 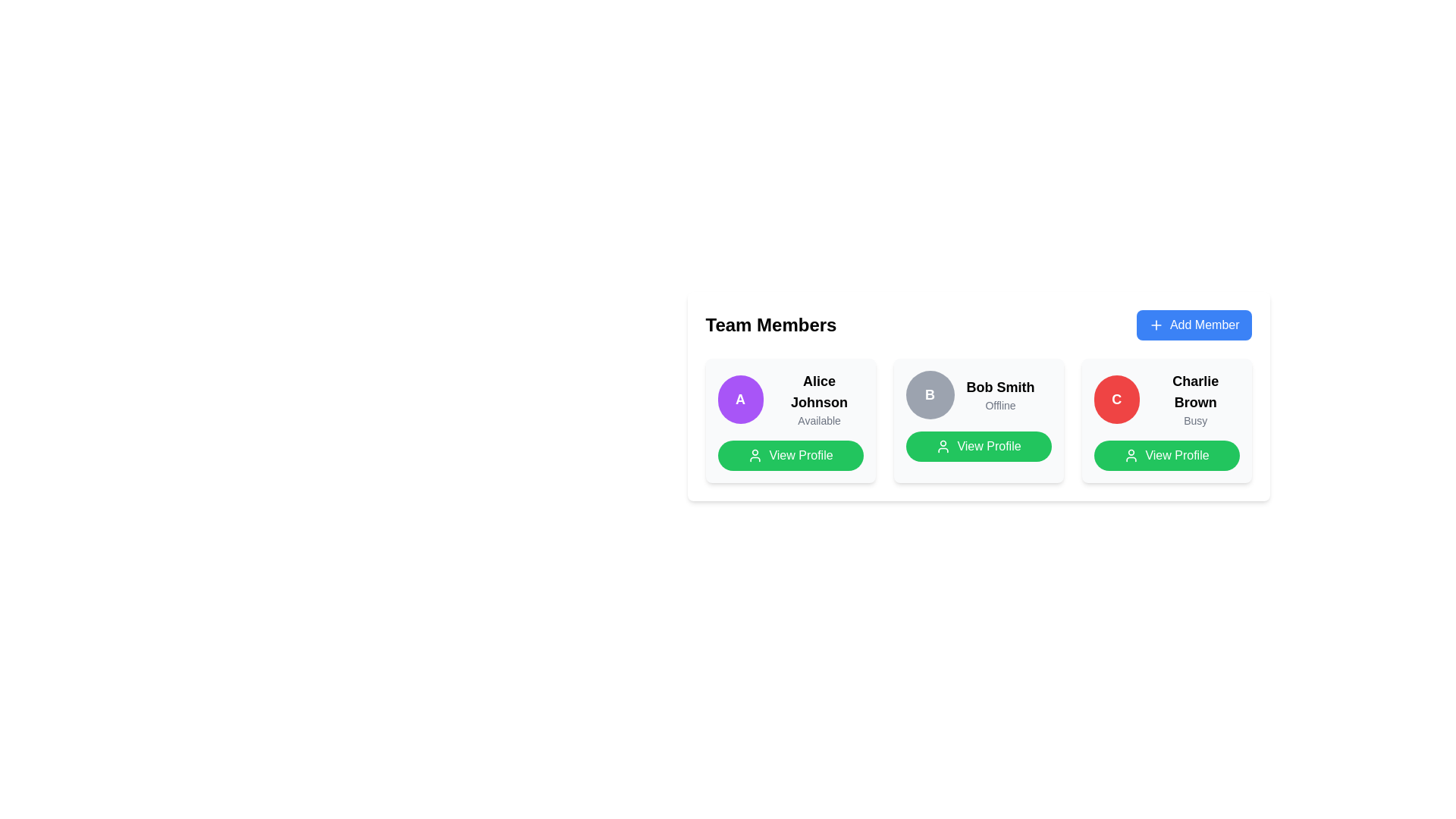 What do you see at coordinates (929, 394) in the screenshot?
I see `the circular avatar with a grey background containing the letter 'B' in white, bold text, positioned to the left of 'Bob Smith' and 'Offline'` at bounding box center [929, 394].